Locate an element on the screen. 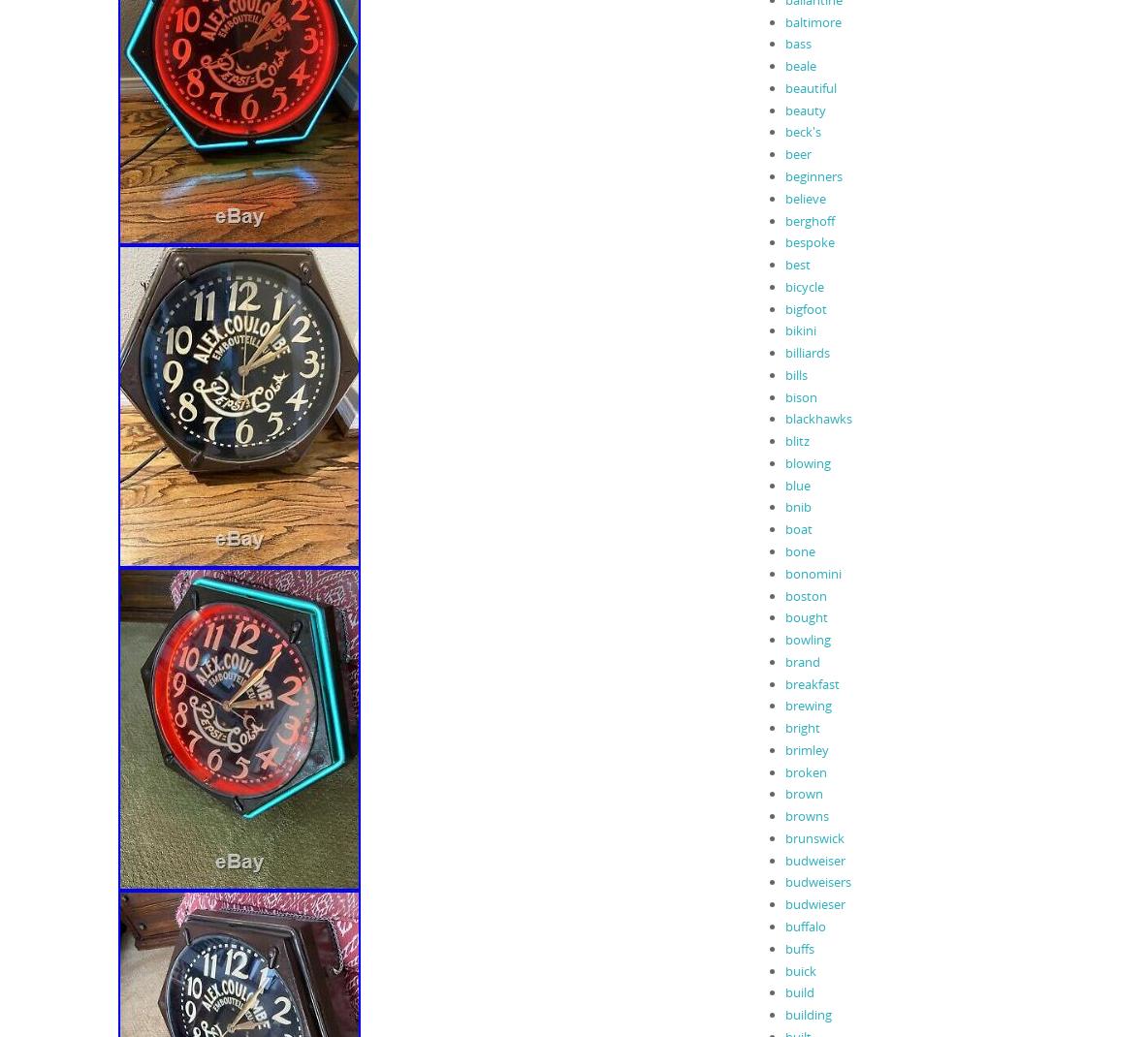 This screenshot has height=1037, width=1148. 'beck's' is located at coordinates (802, 131).